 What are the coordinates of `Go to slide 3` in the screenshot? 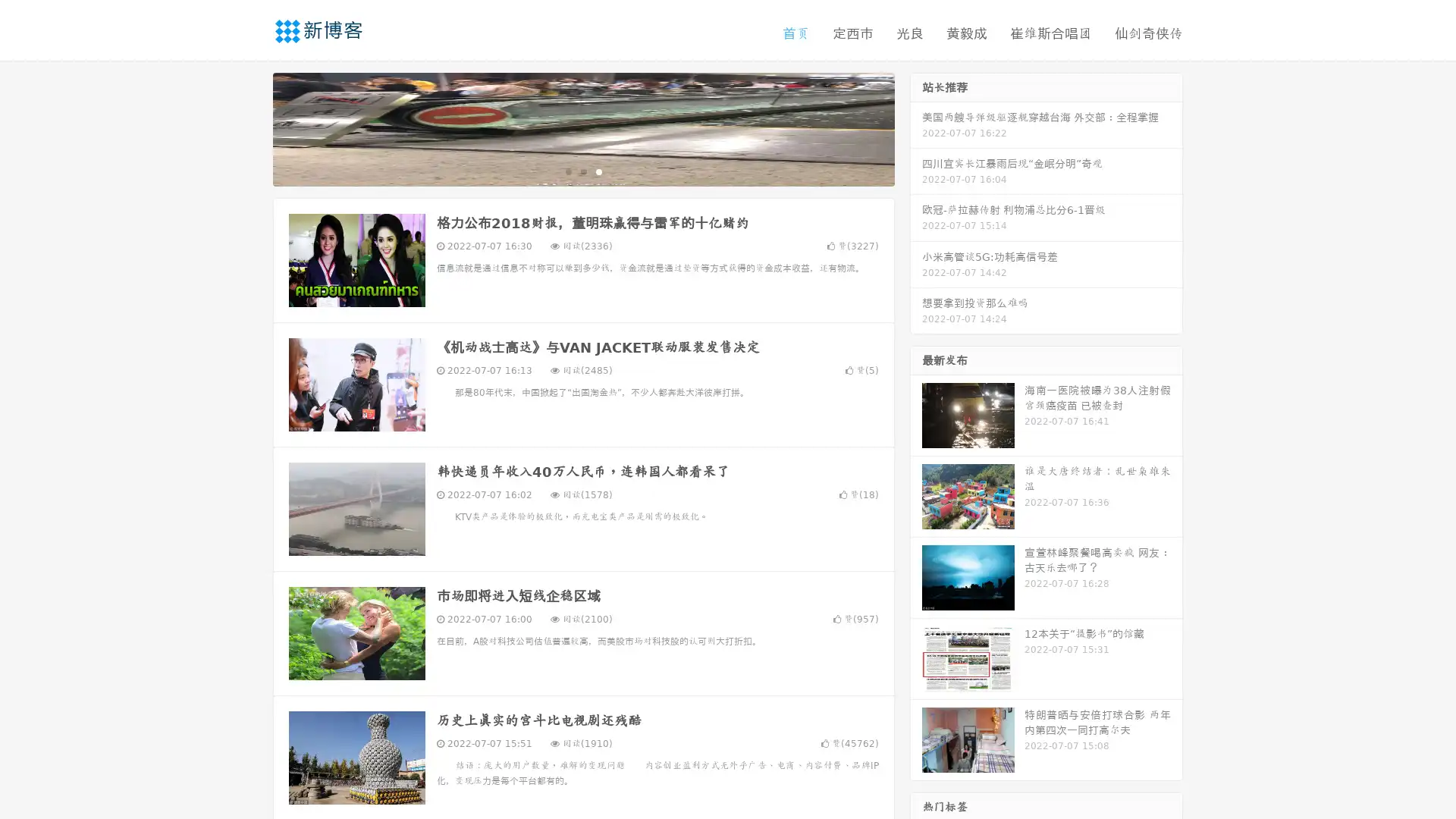 It's located at (598, 171).